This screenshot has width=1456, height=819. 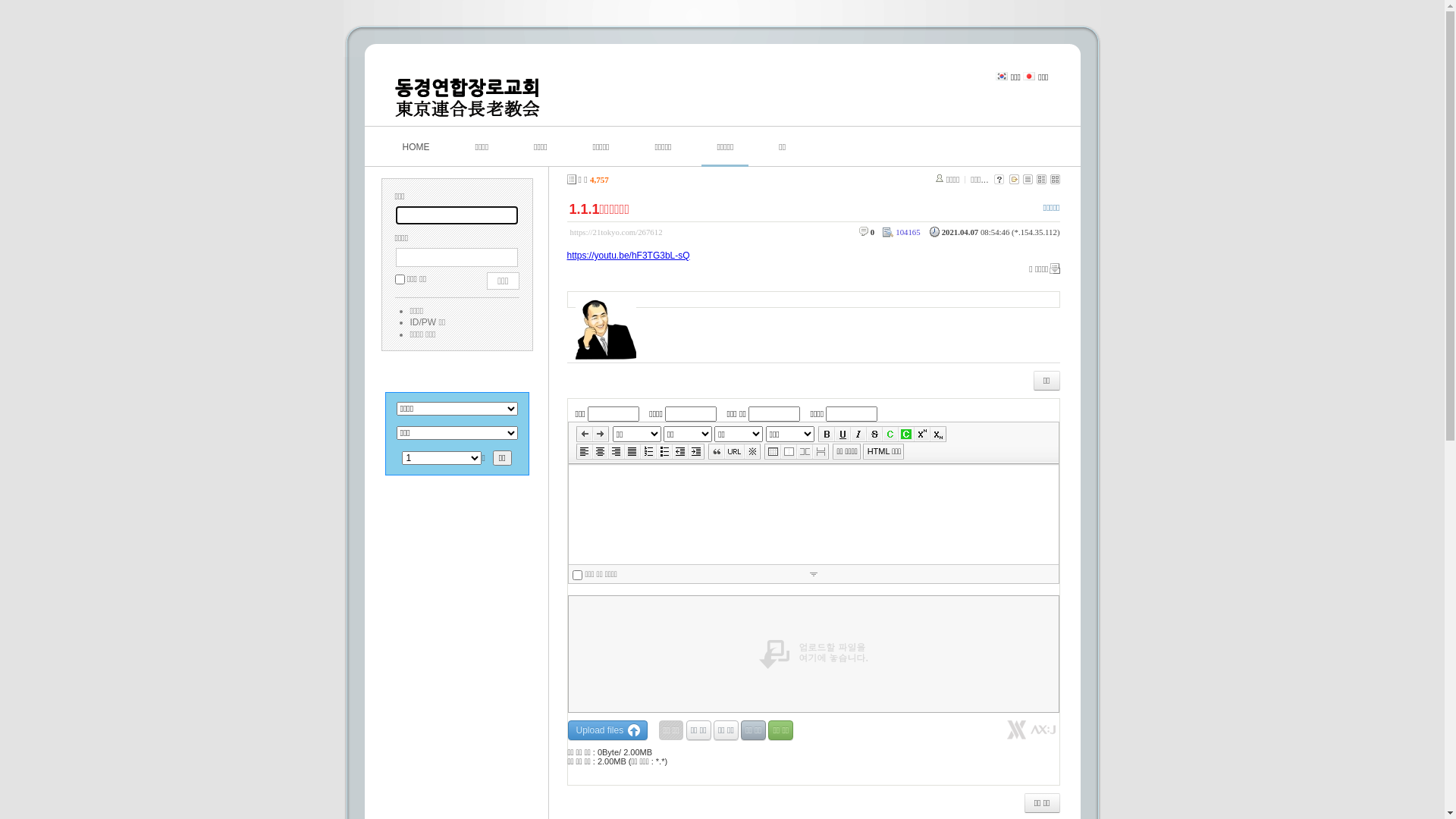 What do you see at coordinates (616, 231) in the screenshot?
I see `'https://21tokyo.com/267612'` at bounding box center [616, 231].